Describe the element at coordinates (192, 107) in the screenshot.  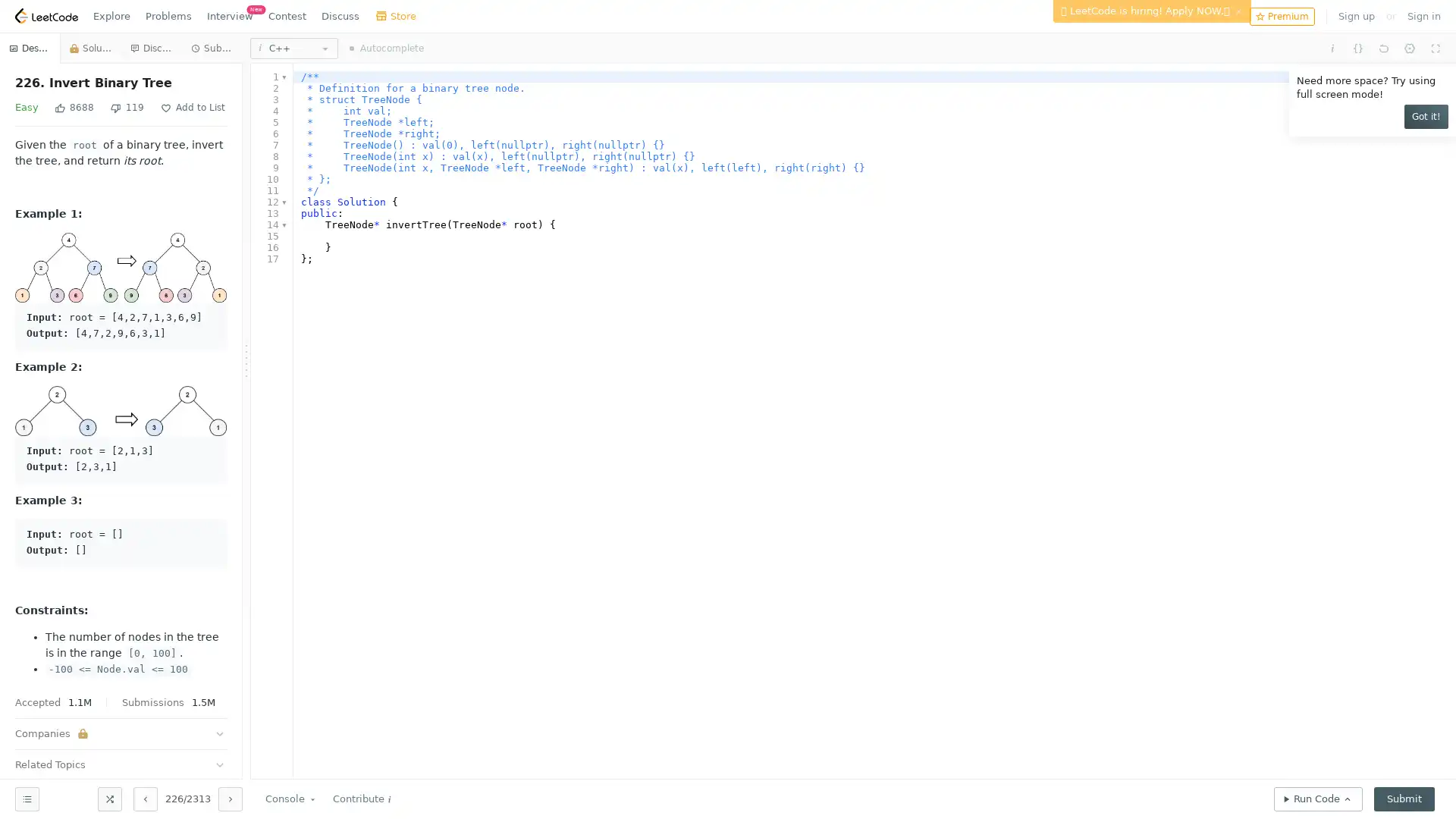
I see `Add to List` at that location.